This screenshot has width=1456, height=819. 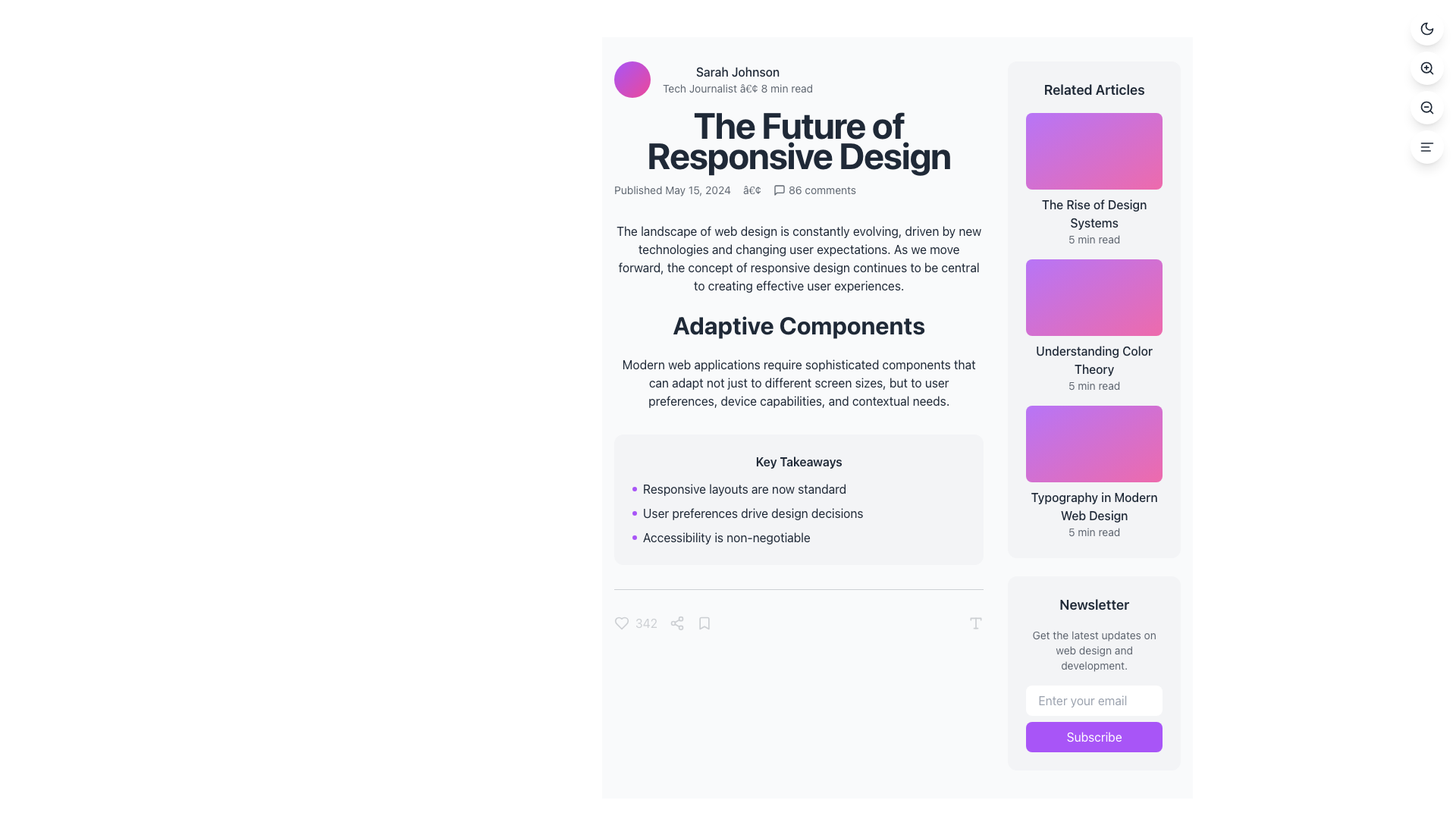 I want to click on the heart-shaped icon to like or favorite the item, which is part of a control panel below the key takeaways box, so click(x=622, y=623).